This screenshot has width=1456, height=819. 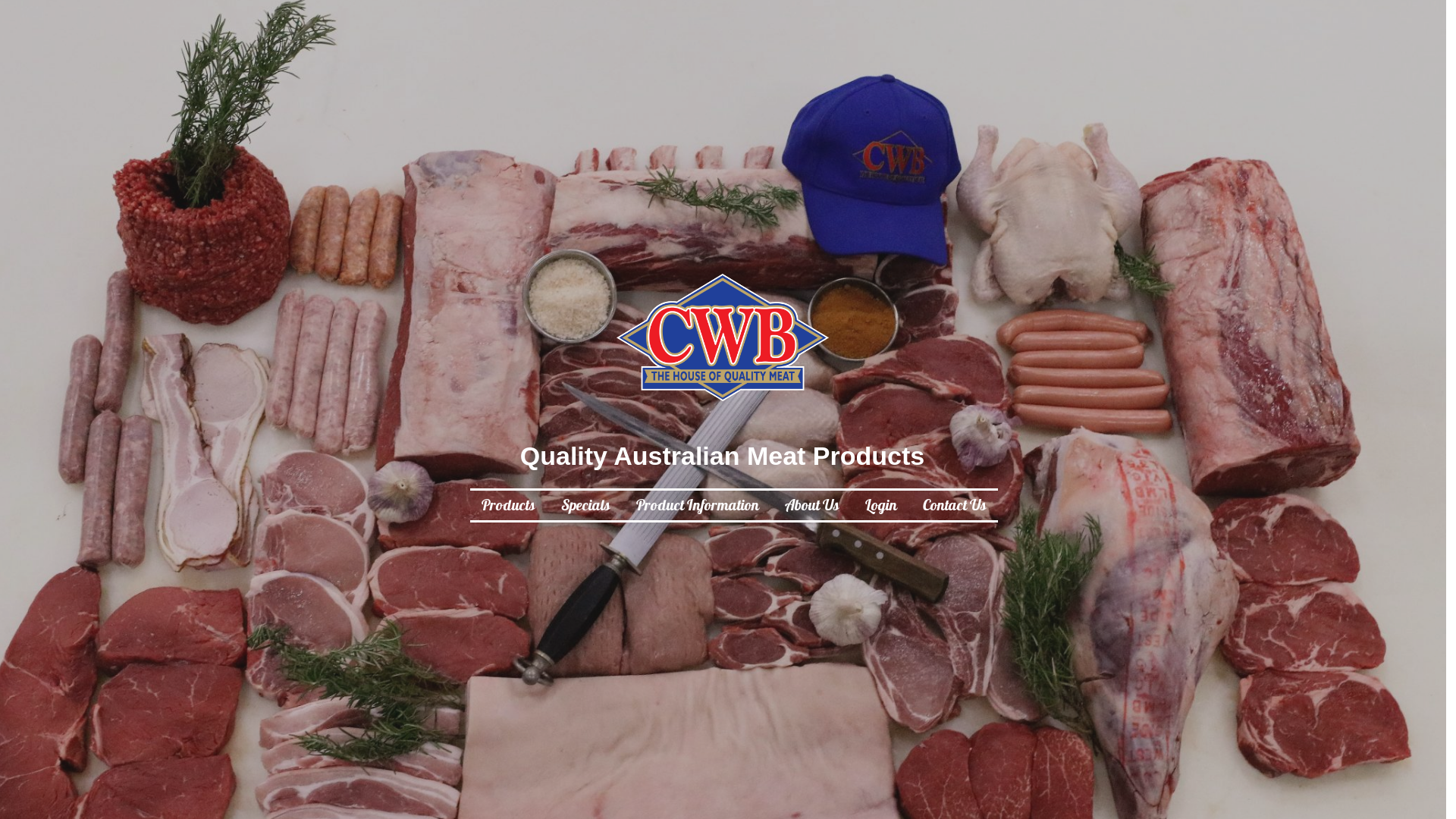 I want to click on 'About Us', so click(x=811, y=507).